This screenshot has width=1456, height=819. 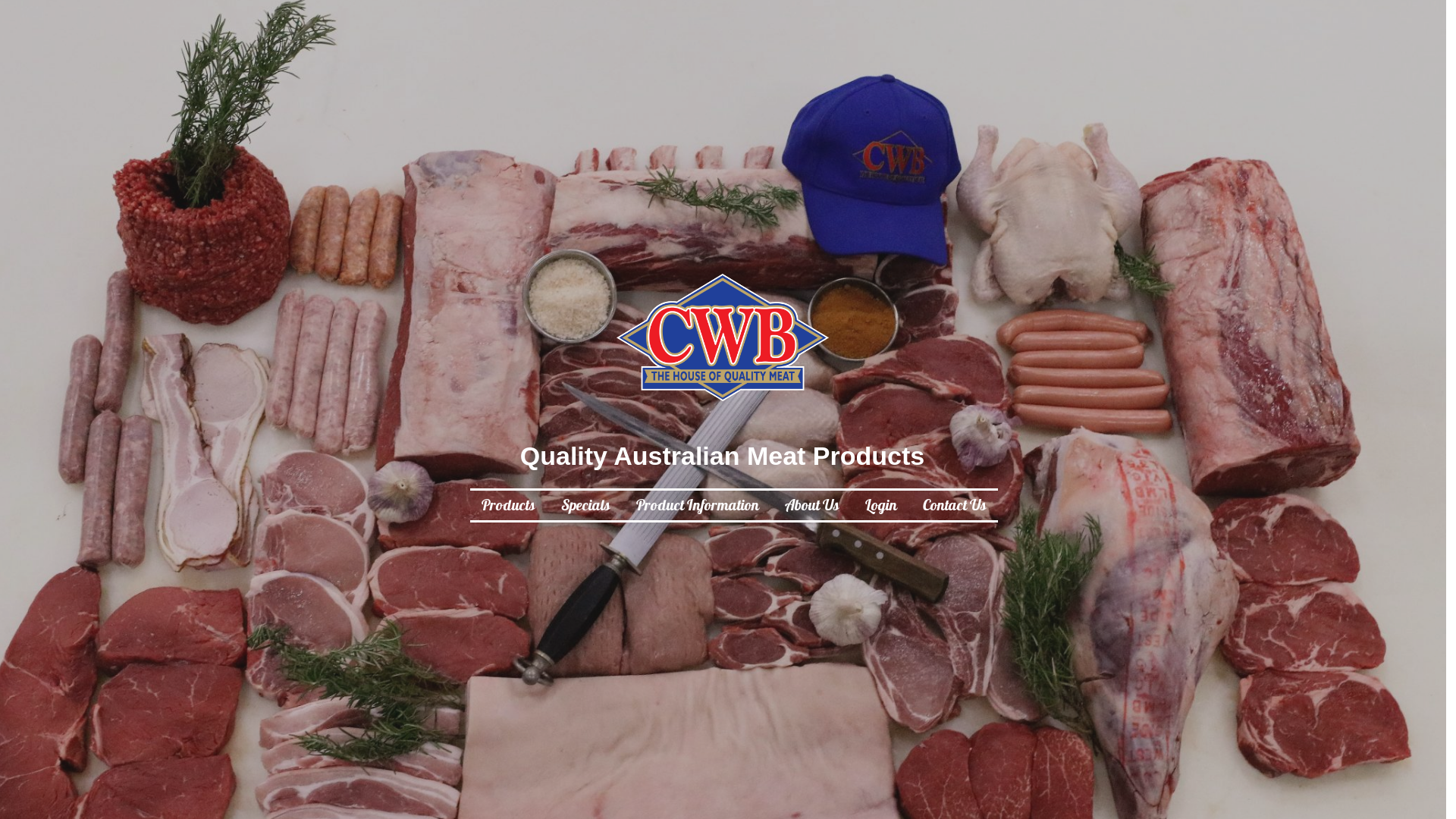 I want to click on 'About Us', so click(x=811, y=507).